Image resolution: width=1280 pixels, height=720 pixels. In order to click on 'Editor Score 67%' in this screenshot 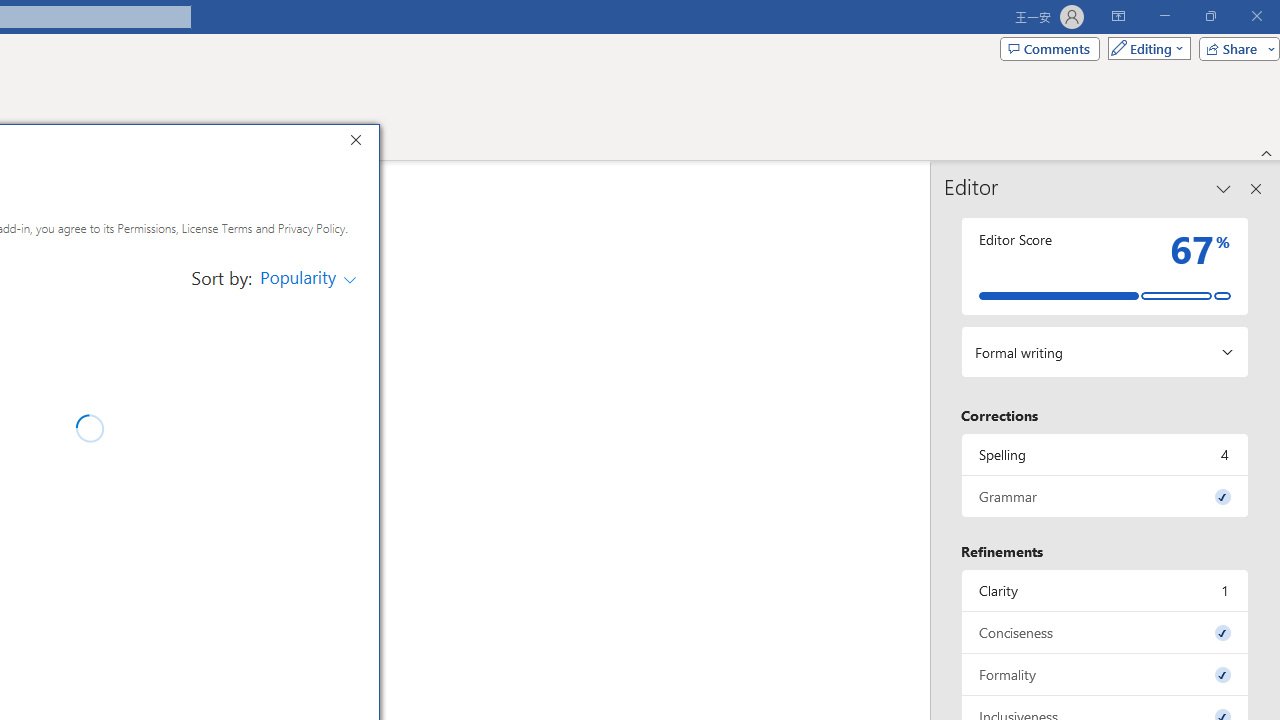, I will do `click(1104, 265)`.